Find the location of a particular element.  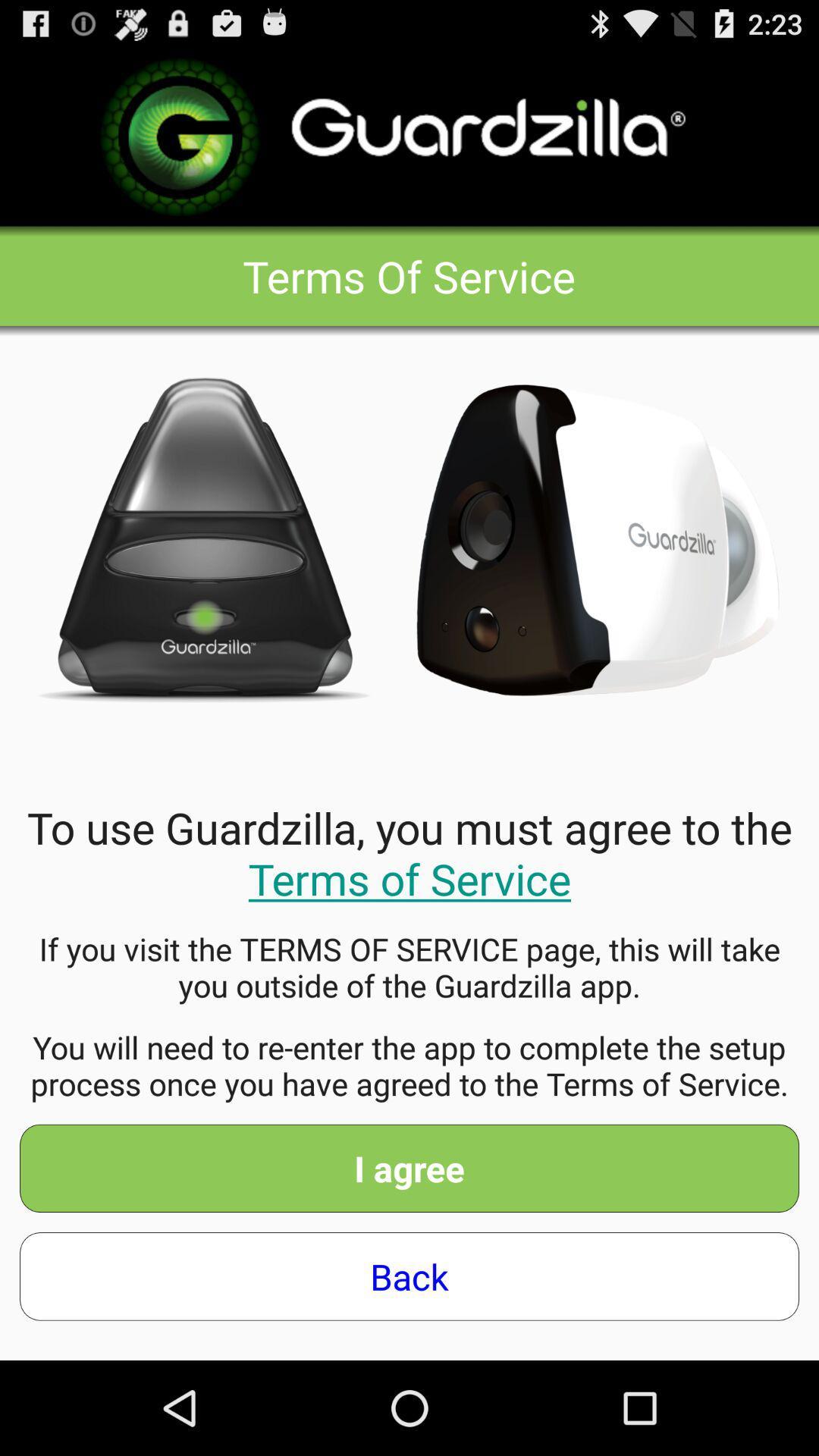

the i agree is located at coordinates (409, 1167).